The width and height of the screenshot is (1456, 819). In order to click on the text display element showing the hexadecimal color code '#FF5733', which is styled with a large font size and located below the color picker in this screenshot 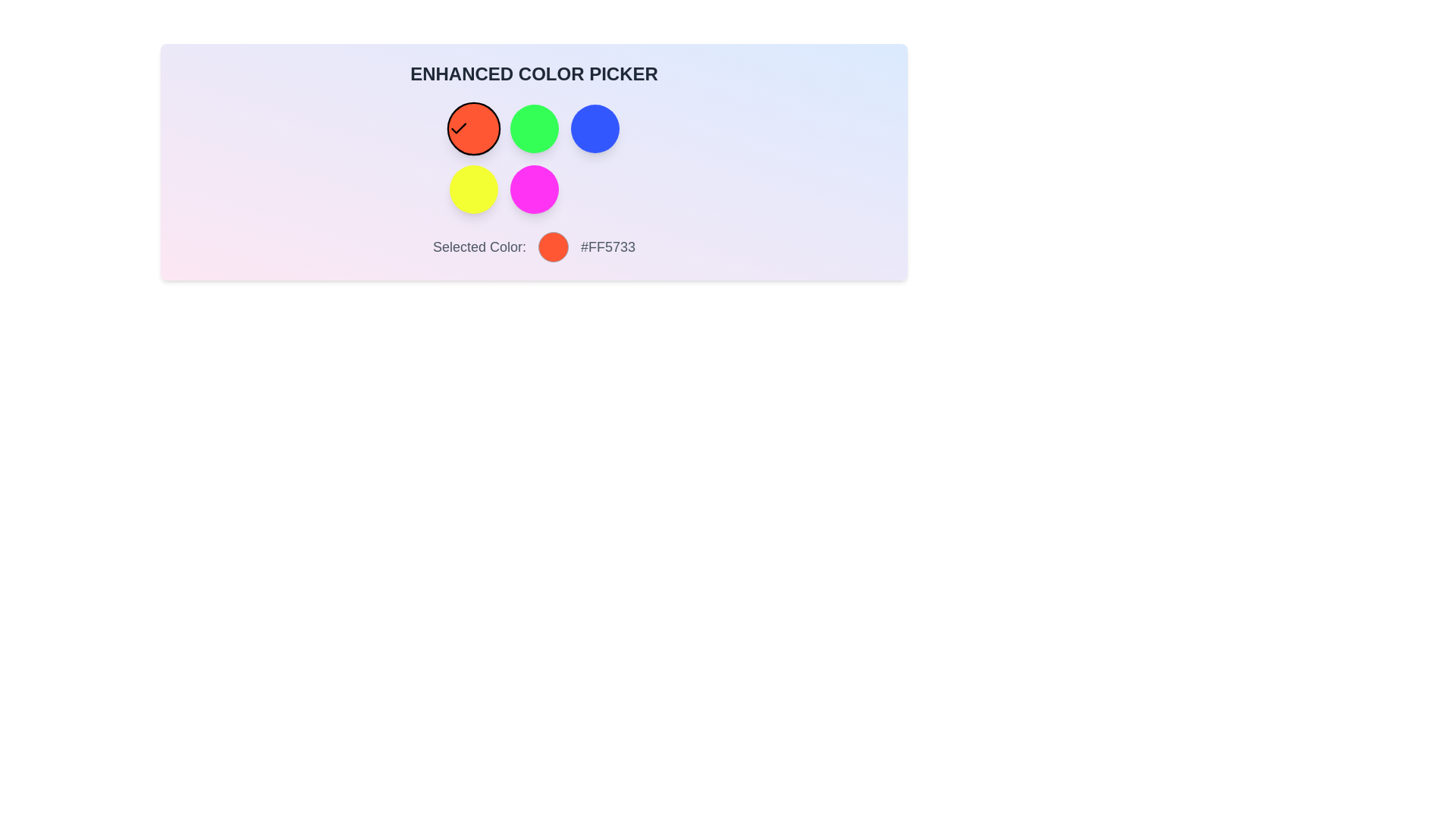, I will do `click(607, 246)`.